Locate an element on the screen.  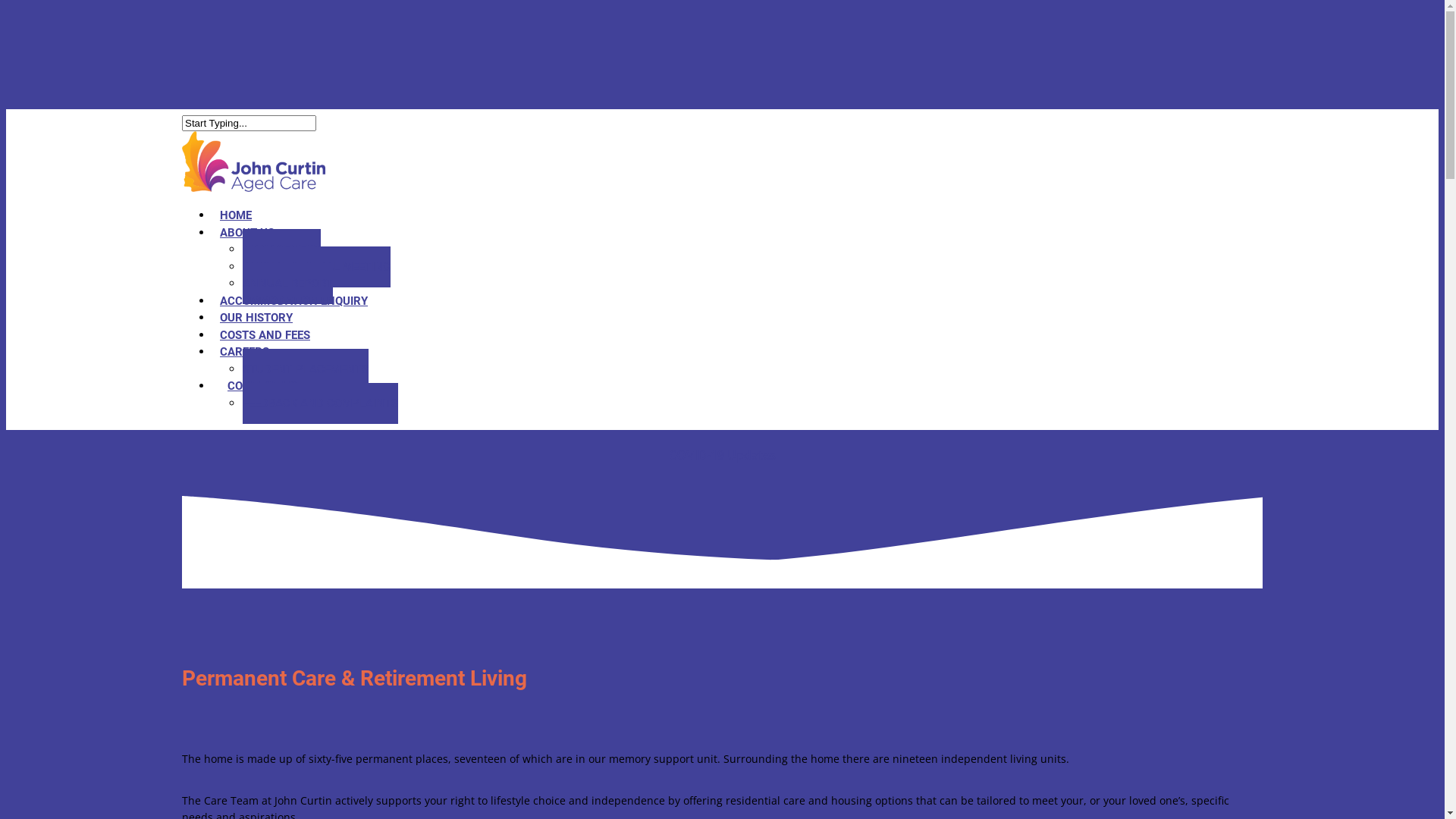
'ANNUAL GENERAL MEETING' is located at coordinates (315, 265).